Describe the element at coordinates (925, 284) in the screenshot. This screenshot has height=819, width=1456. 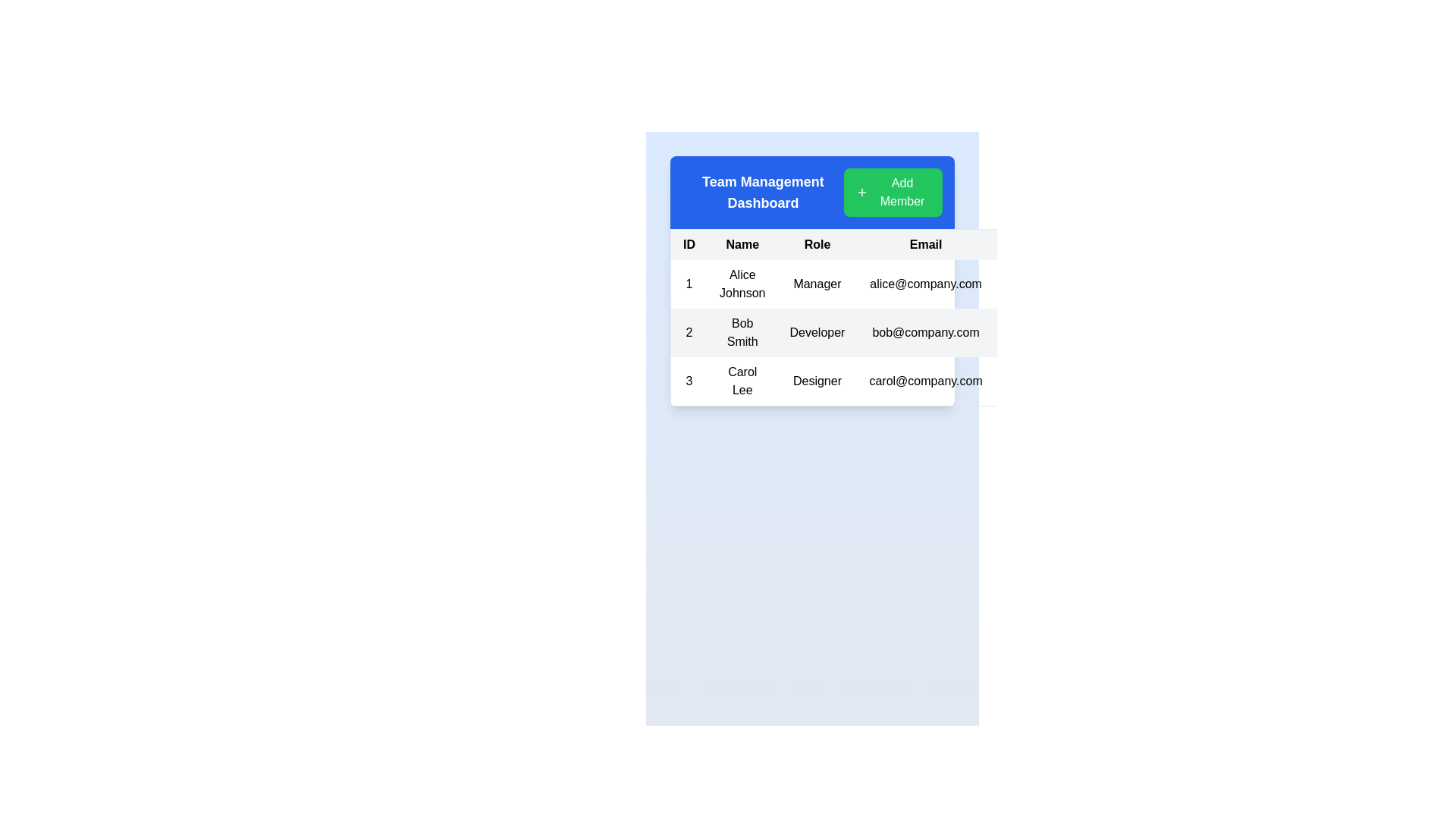
I see `the email address of user 'Alice Johnson'` at that location.